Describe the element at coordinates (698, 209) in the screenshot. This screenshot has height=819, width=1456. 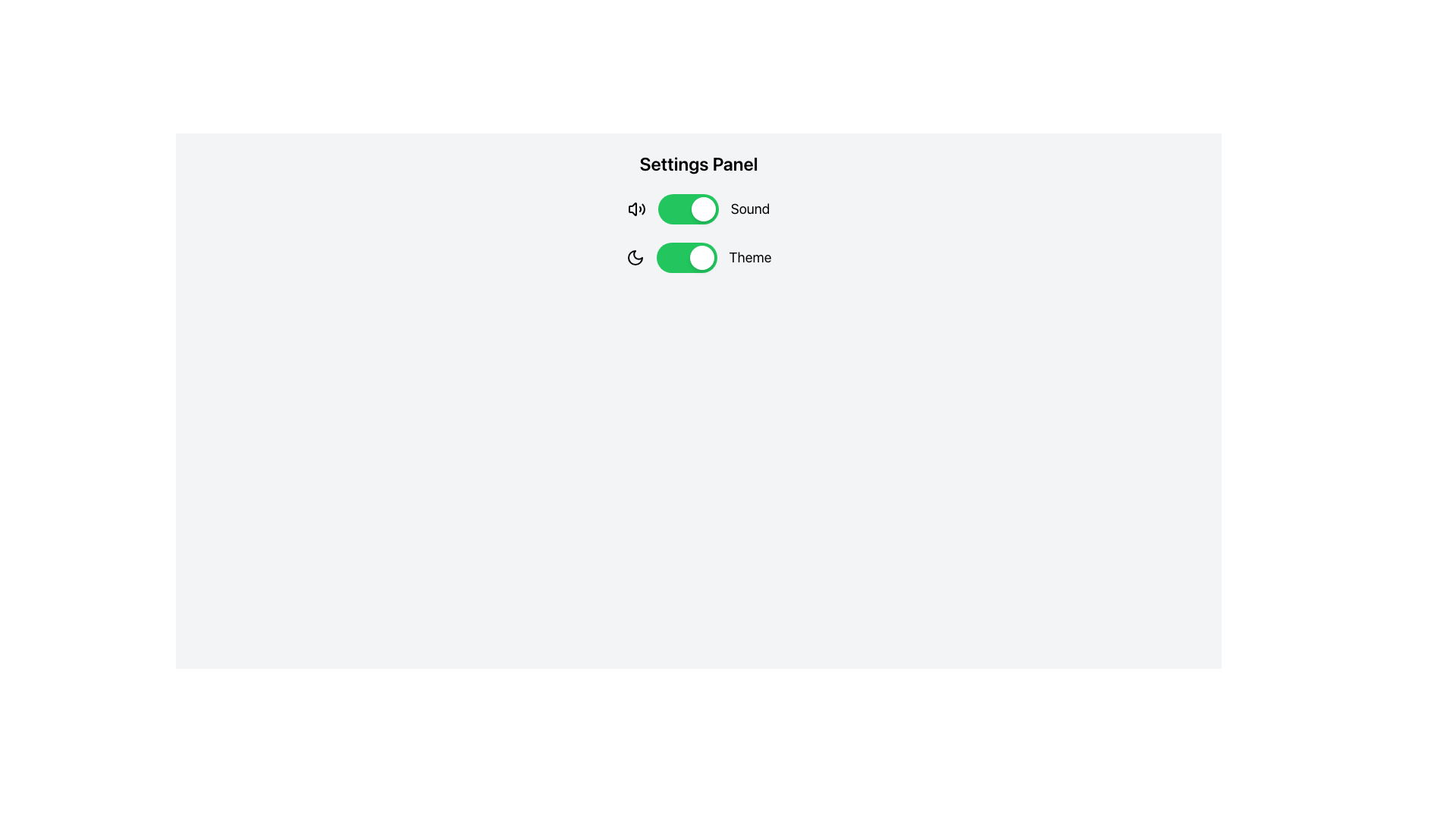
I see `the toggle switch labeled 'Sound' located below the 'Settings Panel' title` at that location.